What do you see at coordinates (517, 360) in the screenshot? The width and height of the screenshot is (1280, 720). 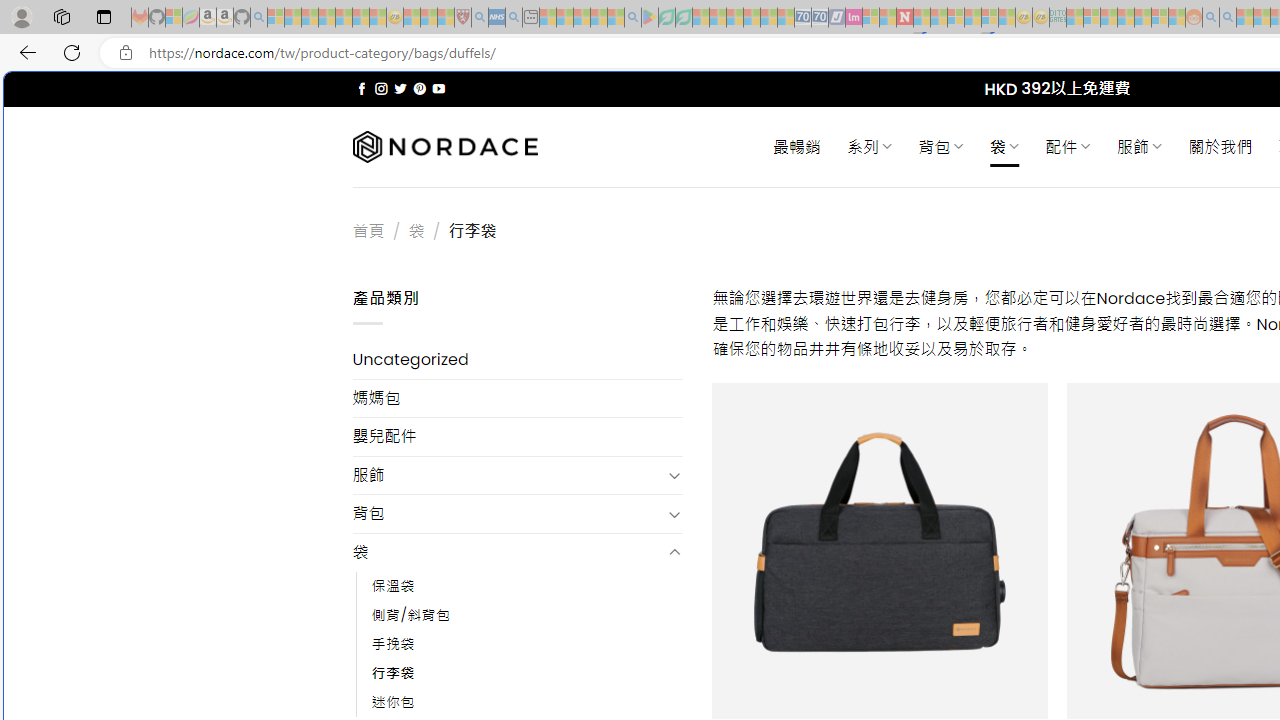 I see `'Uncategorized'` at bounding box center [517, 360].